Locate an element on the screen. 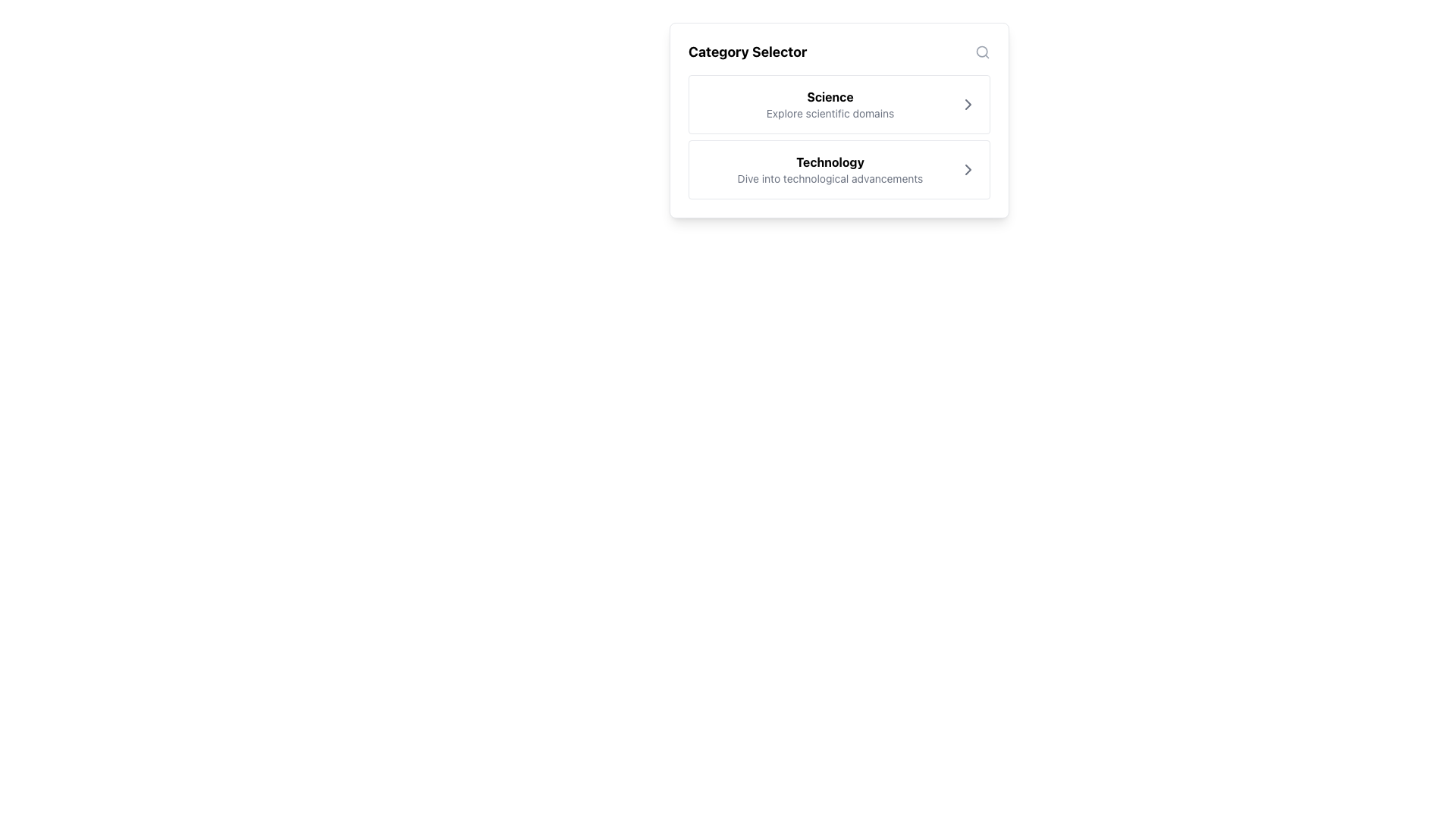  the search initiator icon button located at the top right corner of the category selector box is located at coordinates (983, 52).